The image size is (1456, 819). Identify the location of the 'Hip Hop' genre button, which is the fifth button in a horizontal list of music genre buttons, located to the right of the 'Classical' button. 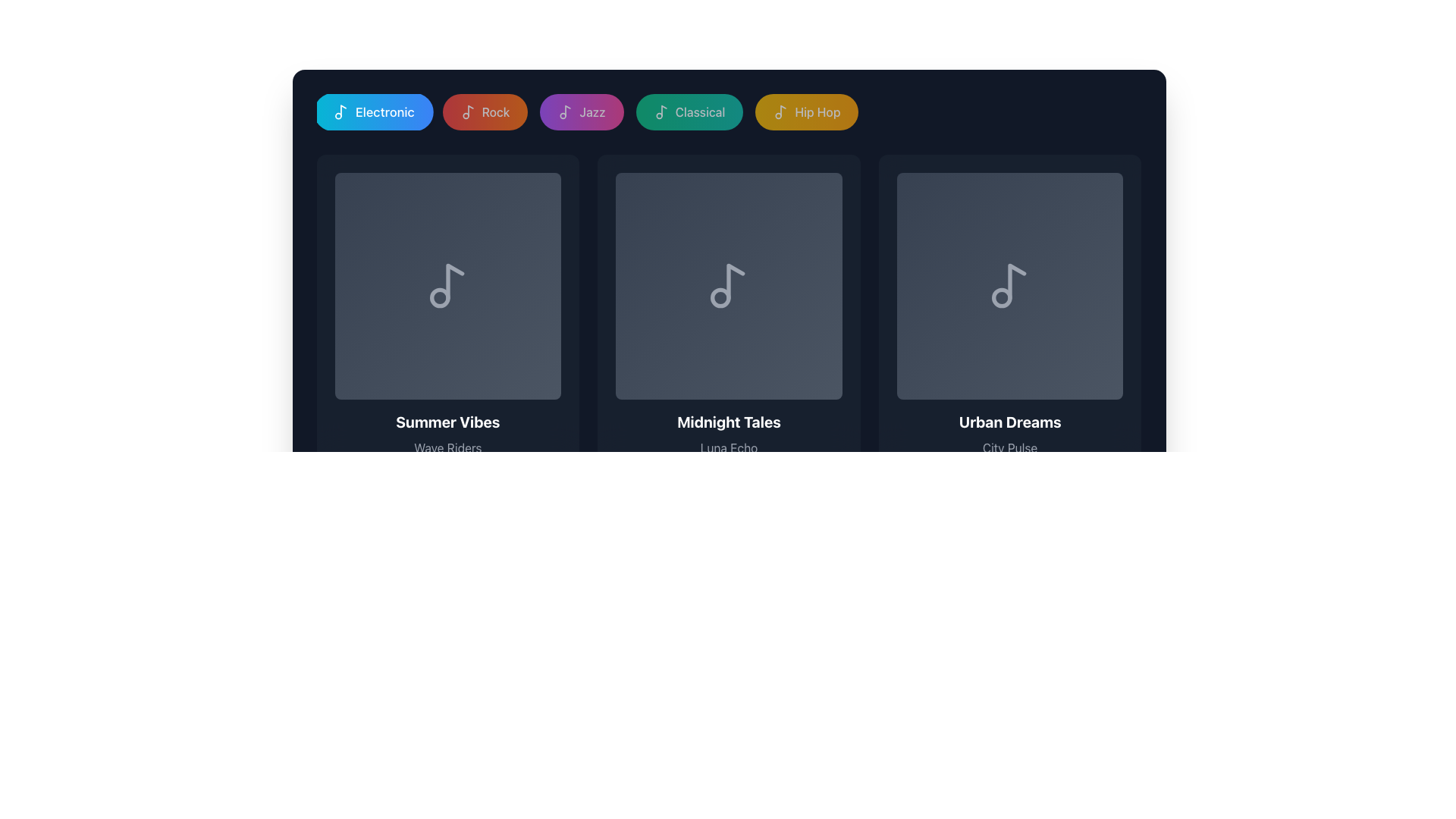
(806, 111).